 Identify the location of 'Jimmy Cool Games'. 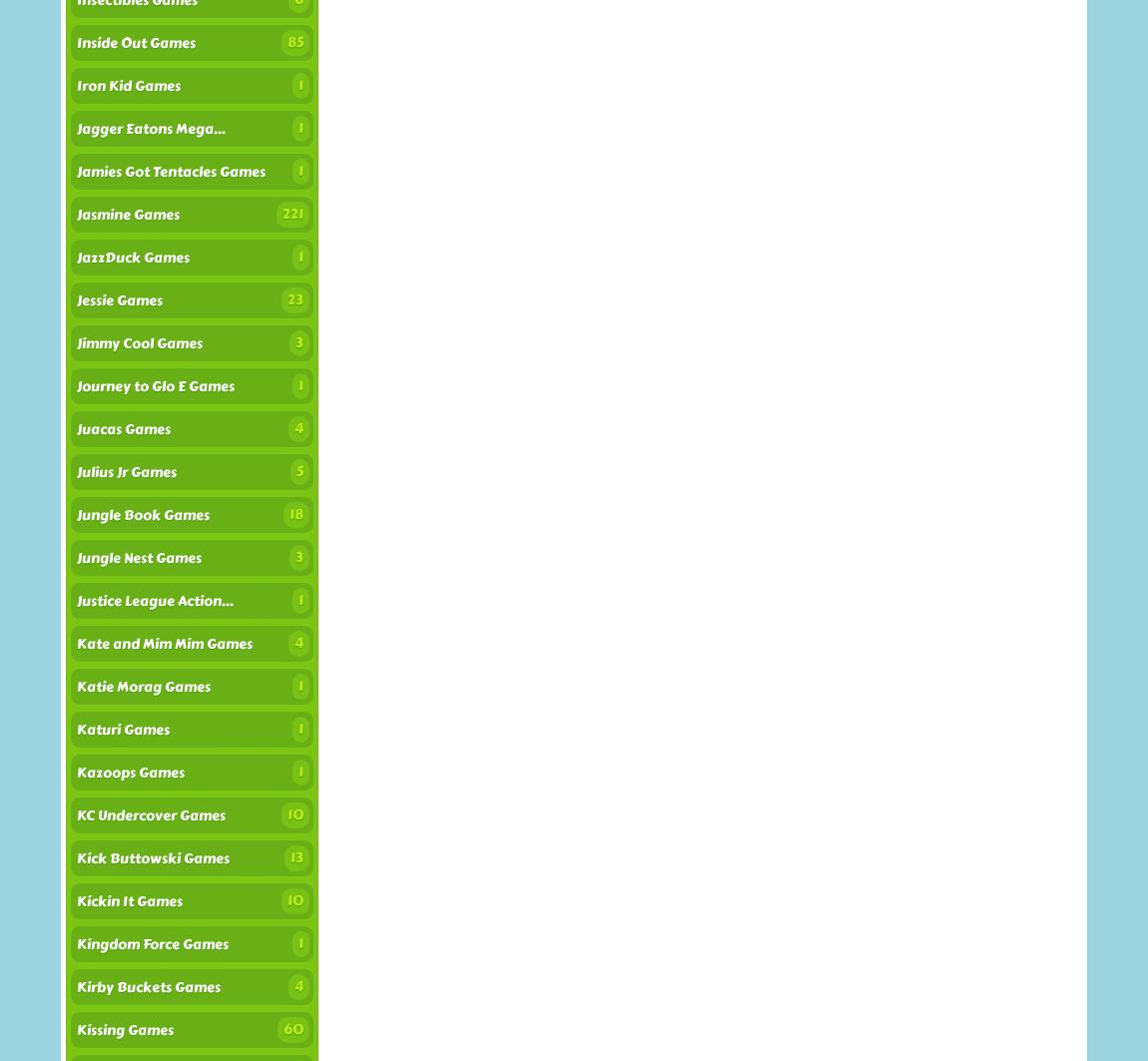
(138, 343).